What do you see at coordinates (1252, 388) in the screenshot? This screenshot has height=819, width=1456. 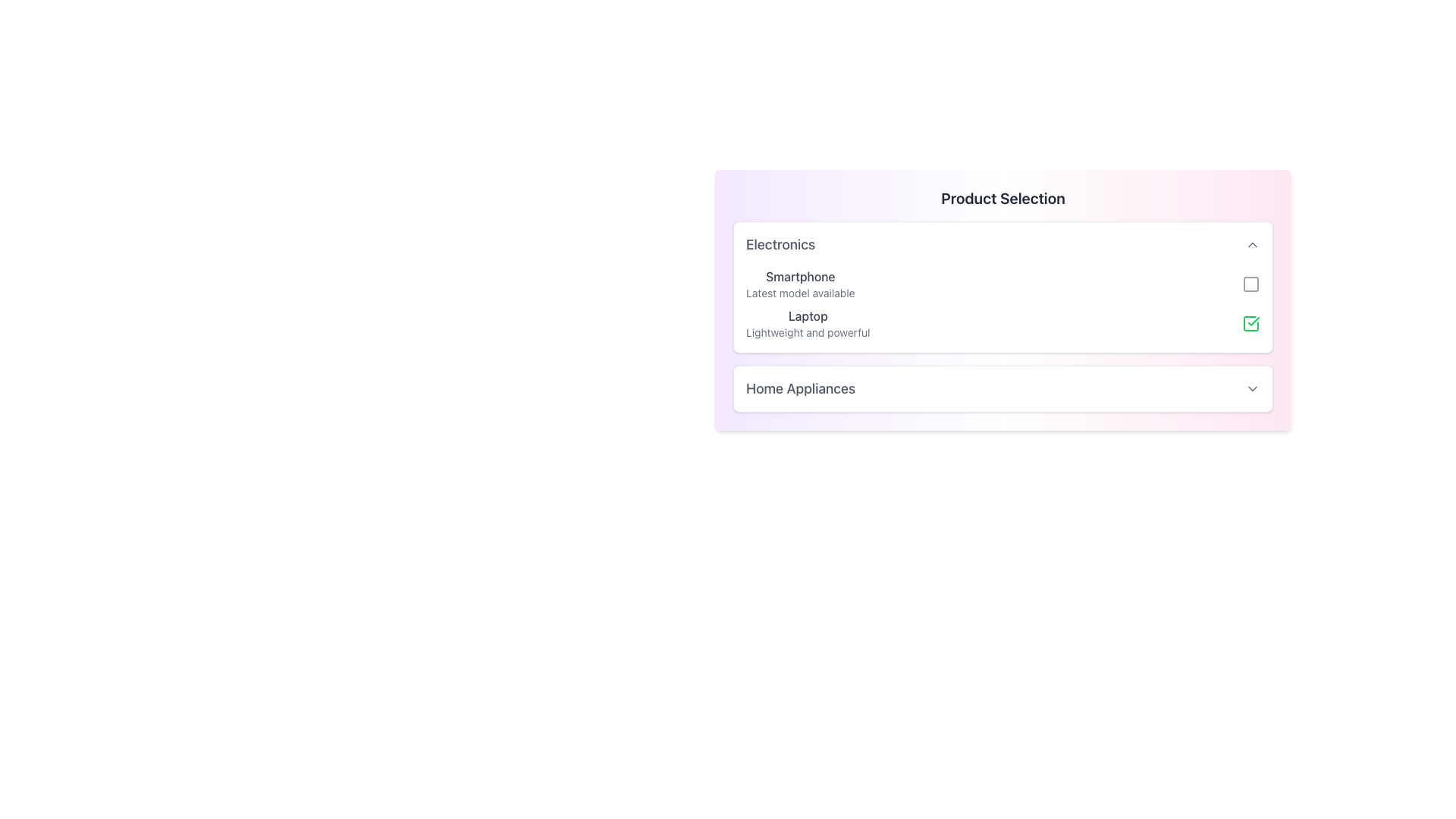 I see `the downward-pointing chevron icon to the right of the 'Home Appliances' text` at bounding box center [1252, 388].